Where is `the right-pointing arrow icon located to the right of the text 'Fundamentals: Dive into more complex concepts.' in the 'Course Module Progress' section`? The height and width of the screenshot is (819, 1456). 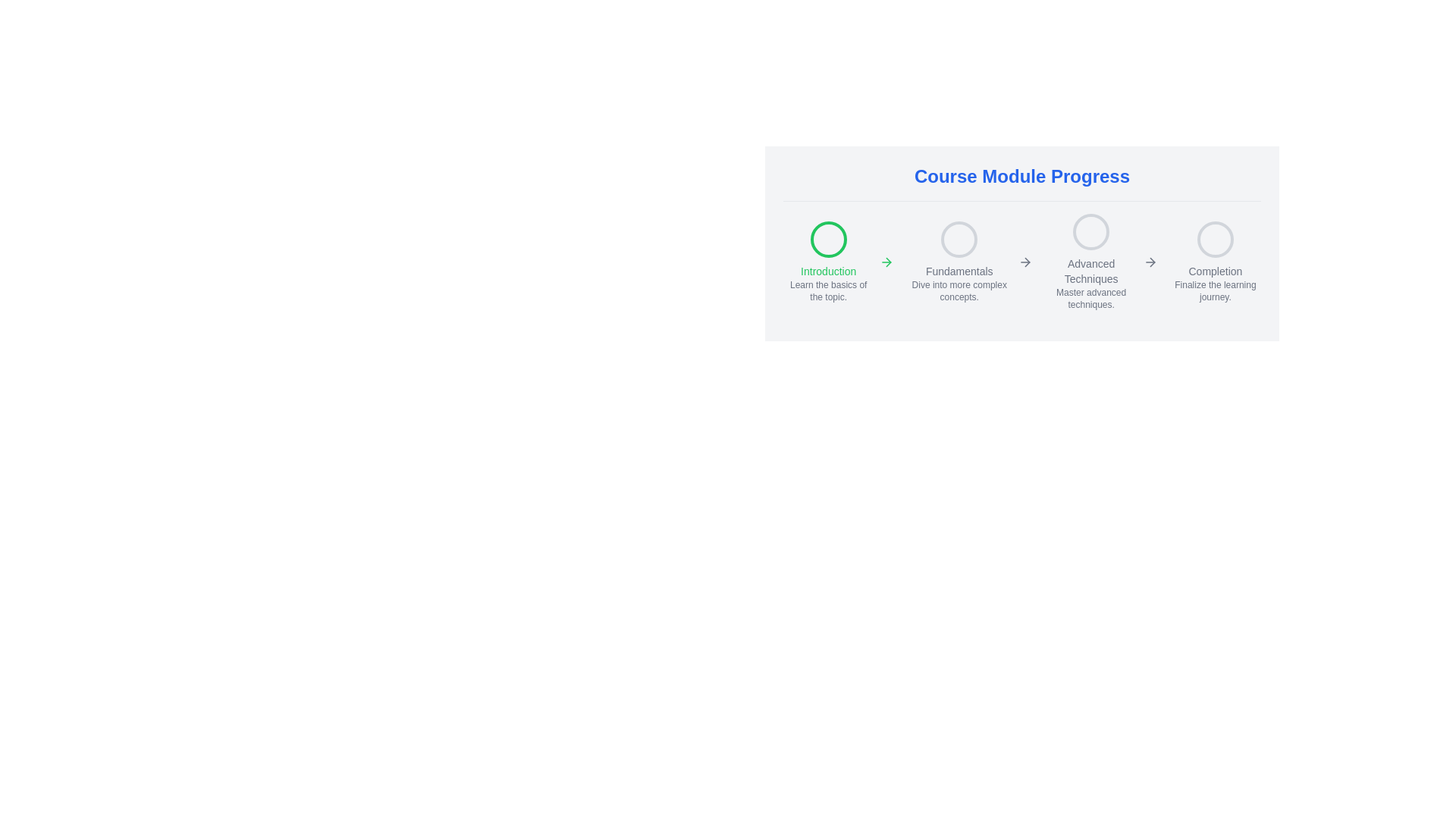
the right-pointing arrow icon located to the right of the text 'Fundamentals: Dive into more complex concepts.' in the 'Course Module Progress' section is located at coordinates (1025, 262).